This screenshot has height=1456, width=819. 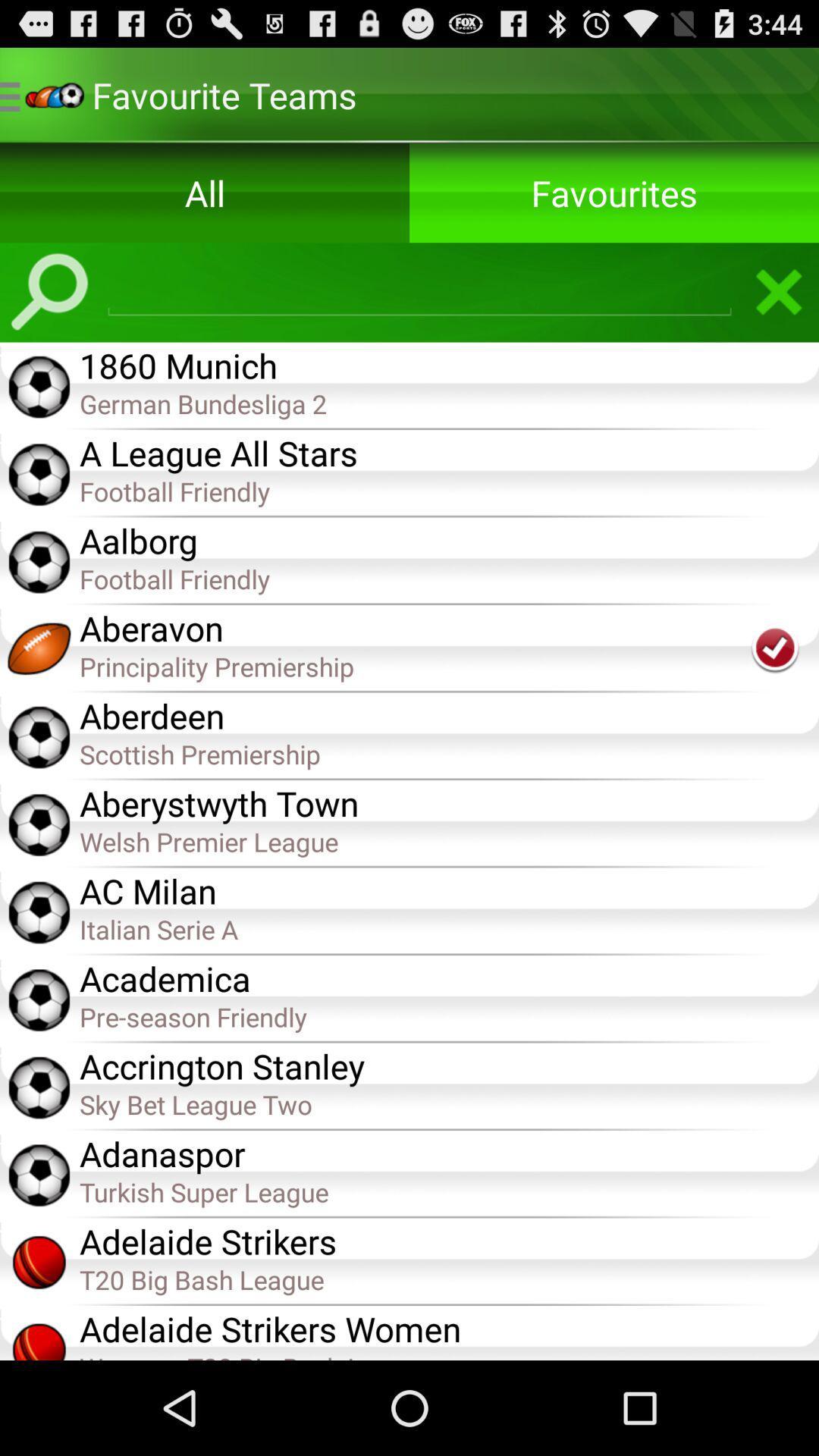 I want to click on item below the aberystwyth town item, so click(x=448, y=840).